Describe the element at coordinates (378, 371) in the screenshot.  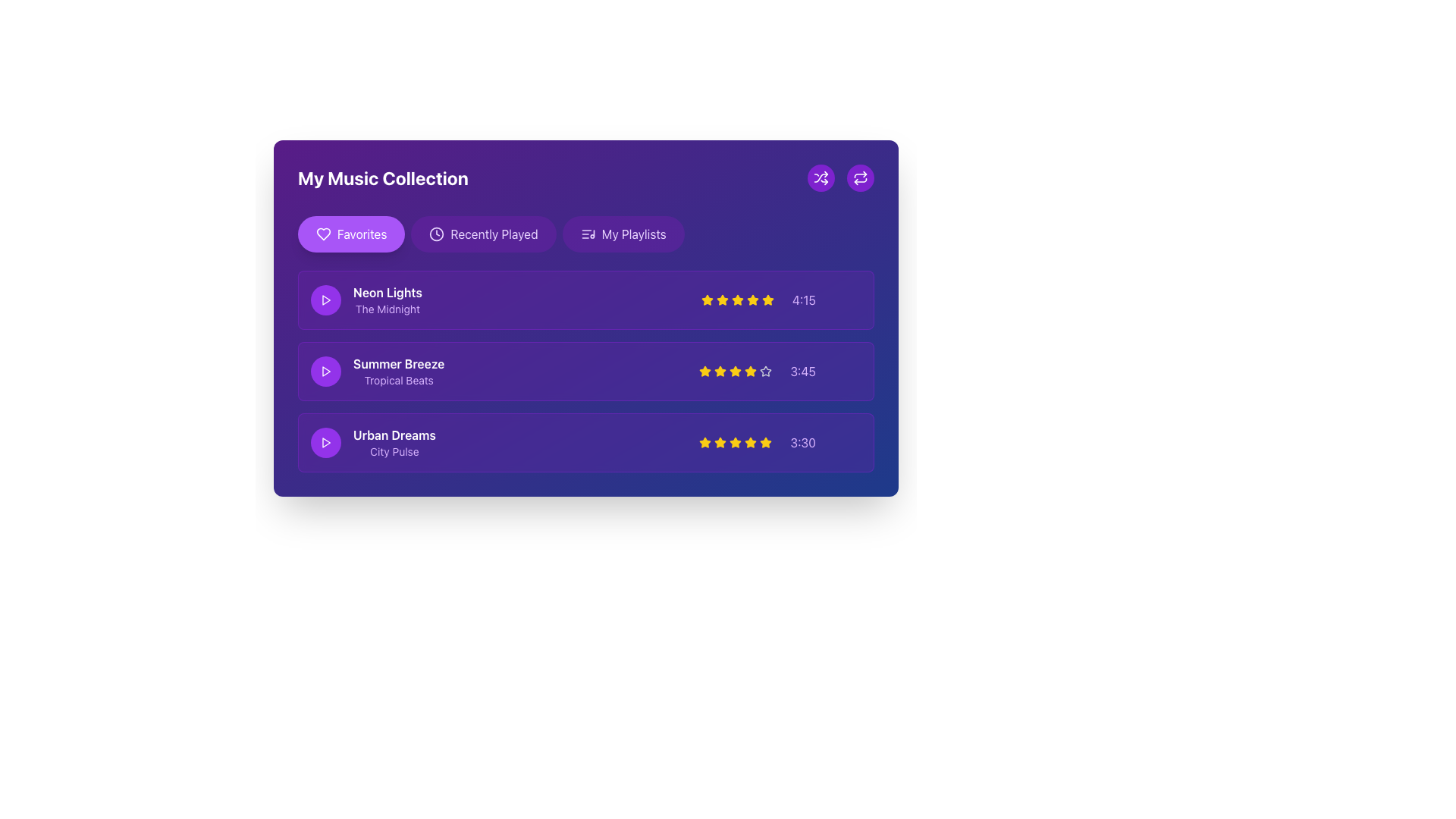
I see `the text display element representing the title and subtitle of a song or playlist in the 'My Music Collection' section` at that location.